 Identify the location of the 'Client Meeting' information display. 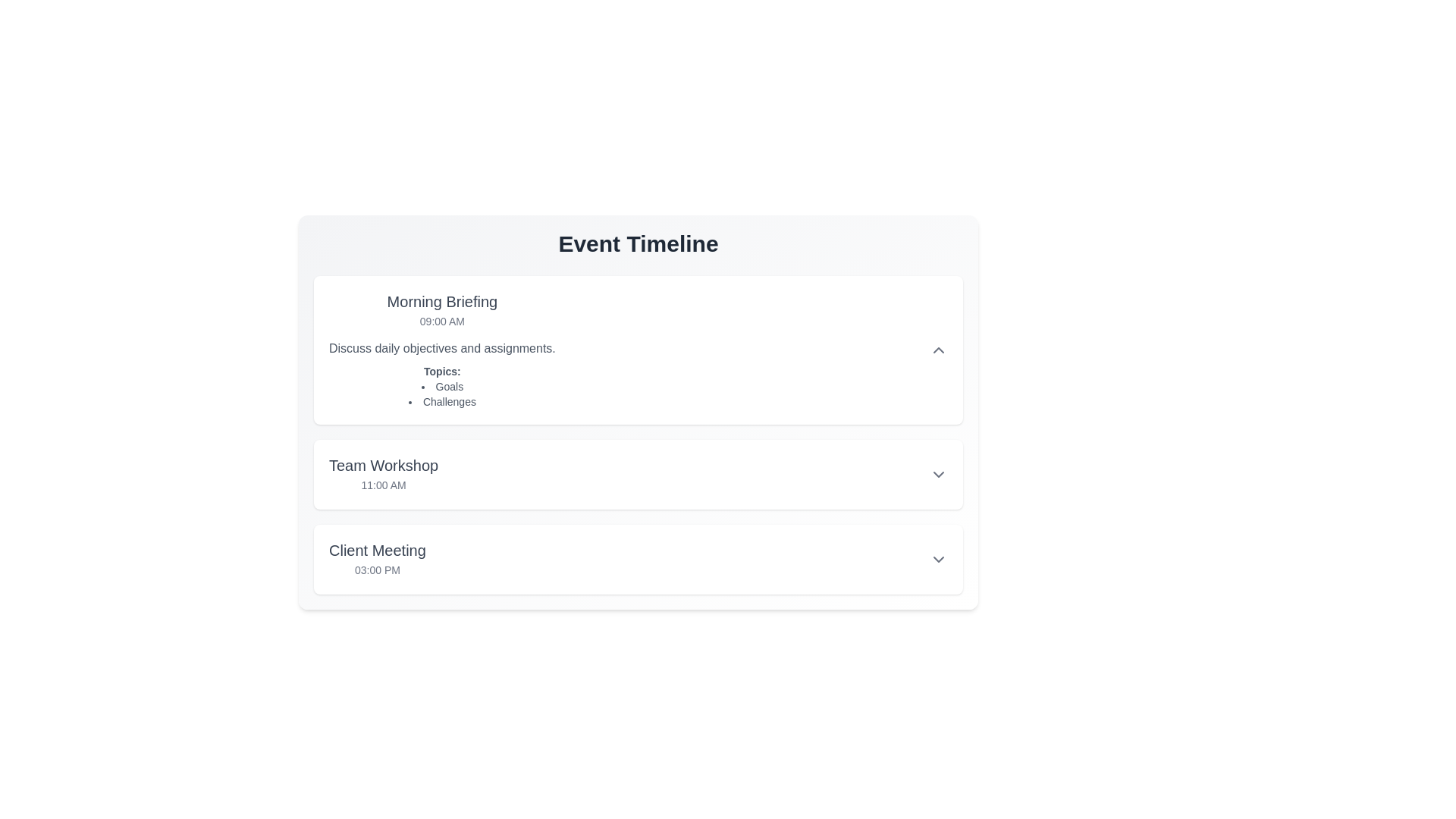
(638, 559).